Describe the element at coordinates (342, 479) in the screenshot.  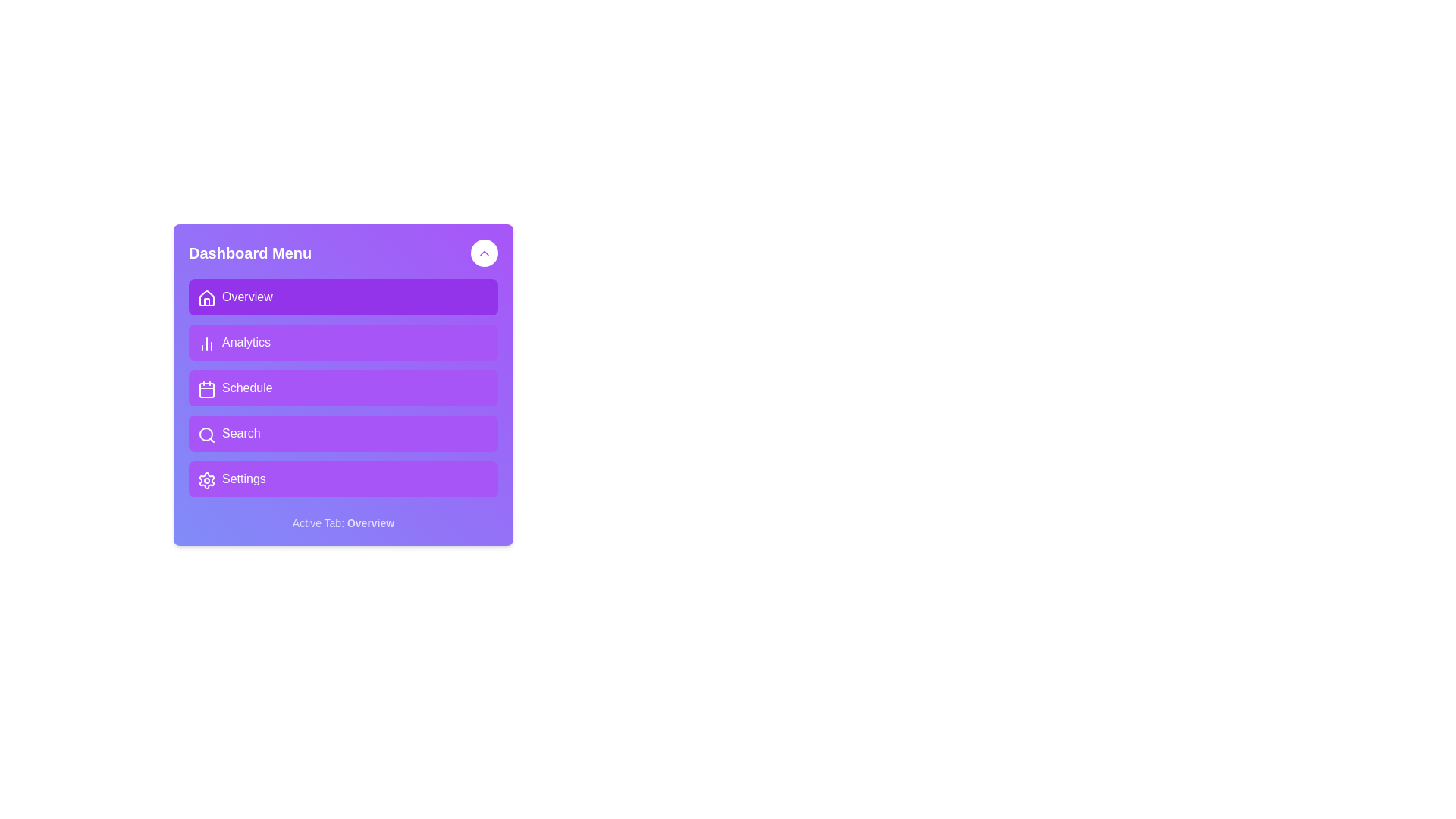
I see `the navigational button located at the bottom of the vertical menu list` at that location.